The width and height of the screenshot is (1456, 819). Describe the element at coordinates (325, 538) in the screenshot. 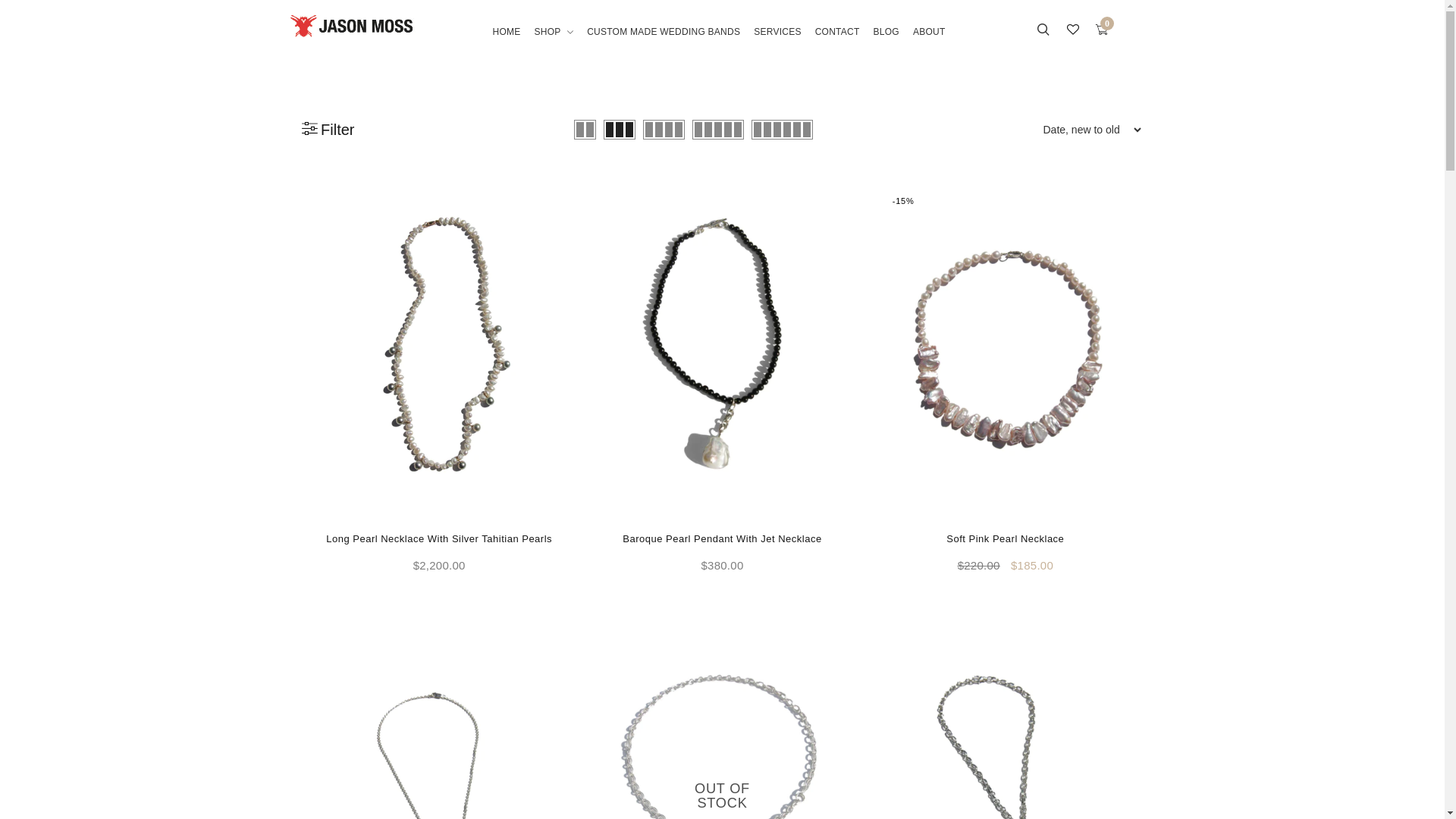

I see `'Long Pearl Necklace With Silver Tahitian Pearls'` at that location.